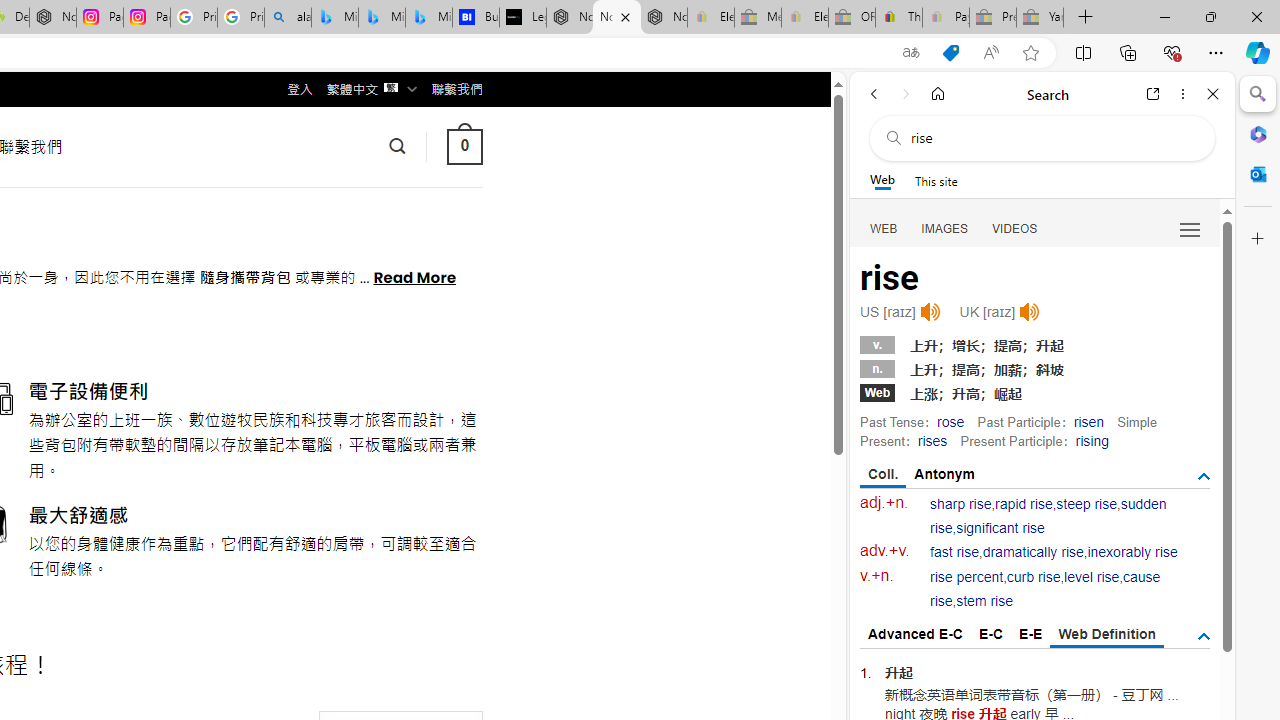  What do you see at coordinates (961, 503) in the screenshot?
I see `'sharp rise'` at bounding box center [961, 503].